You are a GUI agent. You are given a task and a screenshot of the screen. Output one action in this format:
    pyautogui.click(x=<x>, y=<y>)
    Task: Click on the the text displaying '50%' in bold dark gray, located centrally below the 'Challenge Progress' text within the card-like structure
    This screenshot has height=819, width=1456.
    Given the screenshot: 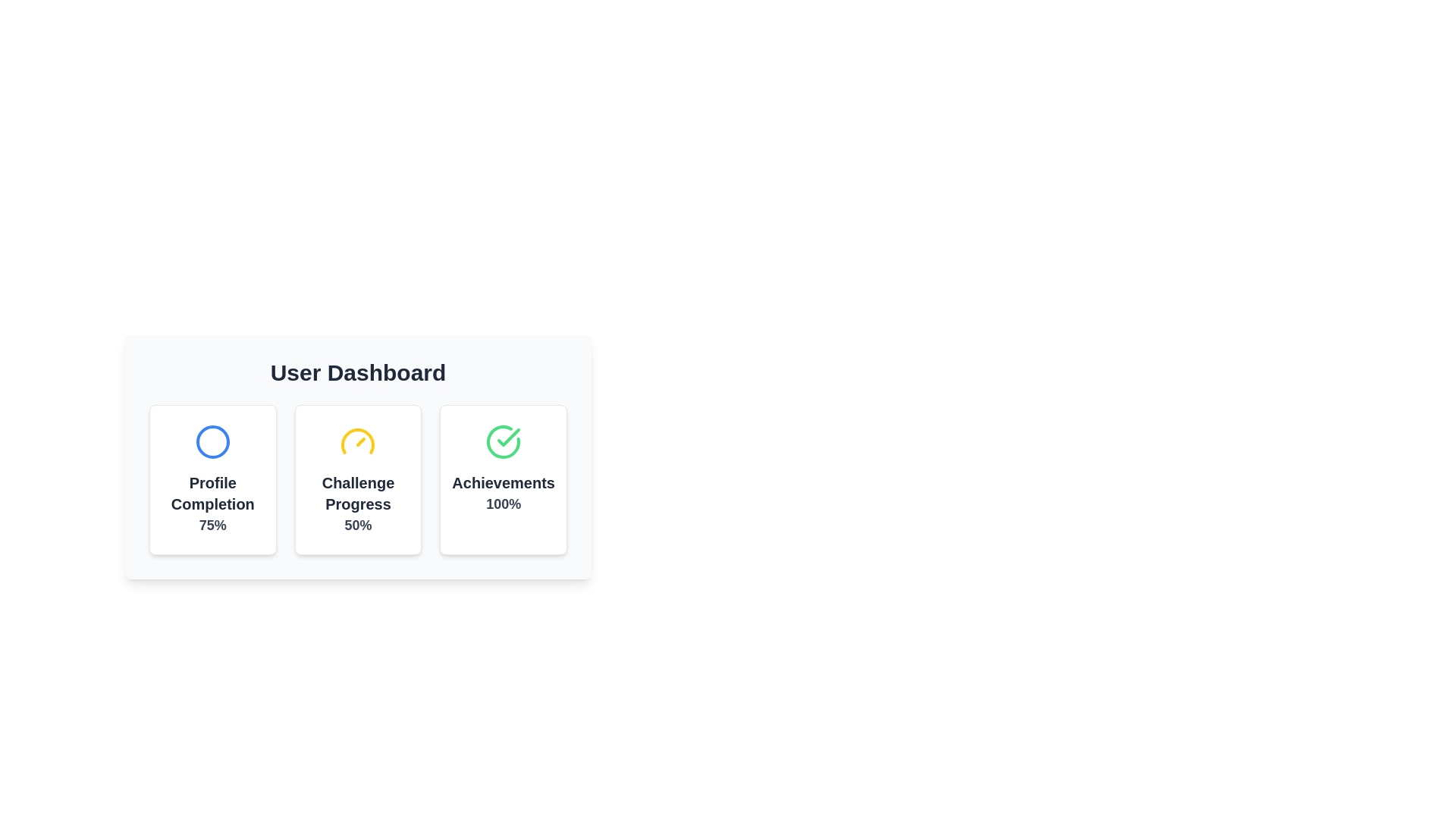 What is the action you would take?
    pyautogui.click(x=357, y=525)
    